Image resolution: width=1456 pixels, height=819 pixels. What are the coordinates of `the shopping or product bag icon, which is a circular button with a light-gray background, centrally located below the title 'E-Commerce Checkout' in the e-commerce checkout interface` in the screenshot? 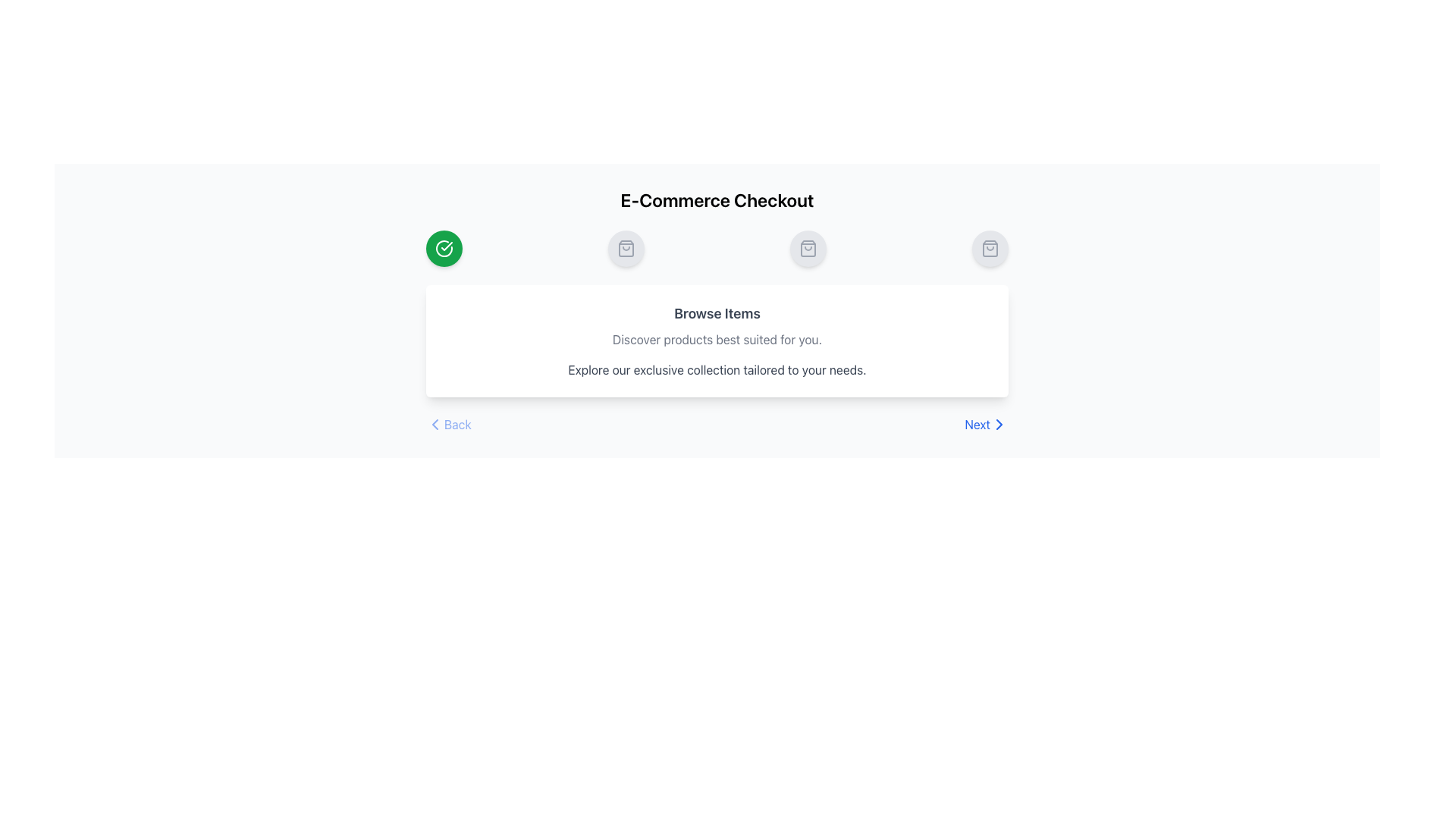 It's located at (807, 247).